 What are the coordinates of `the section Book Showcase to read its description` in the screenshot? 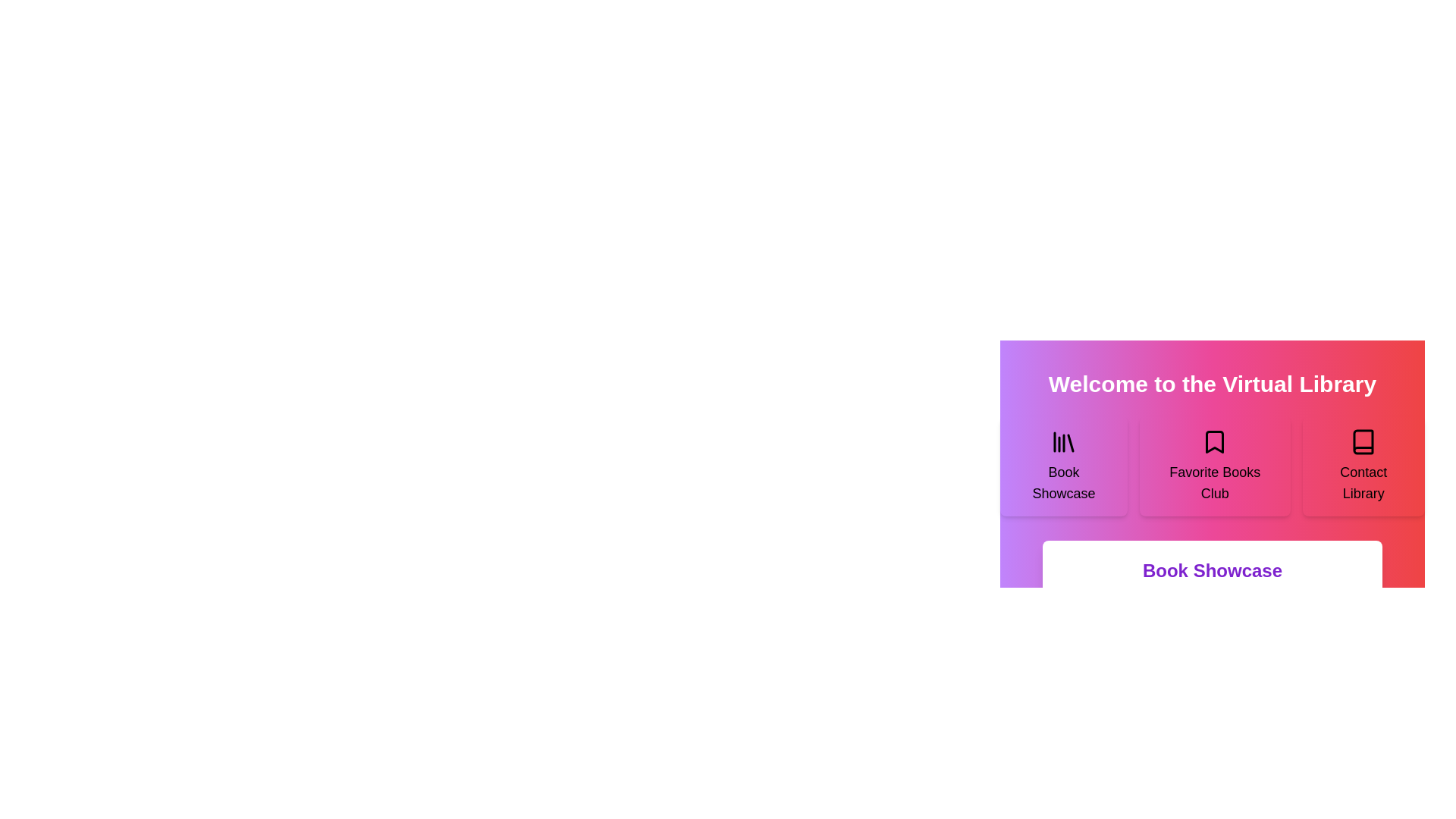 It's located at (1062, 465).